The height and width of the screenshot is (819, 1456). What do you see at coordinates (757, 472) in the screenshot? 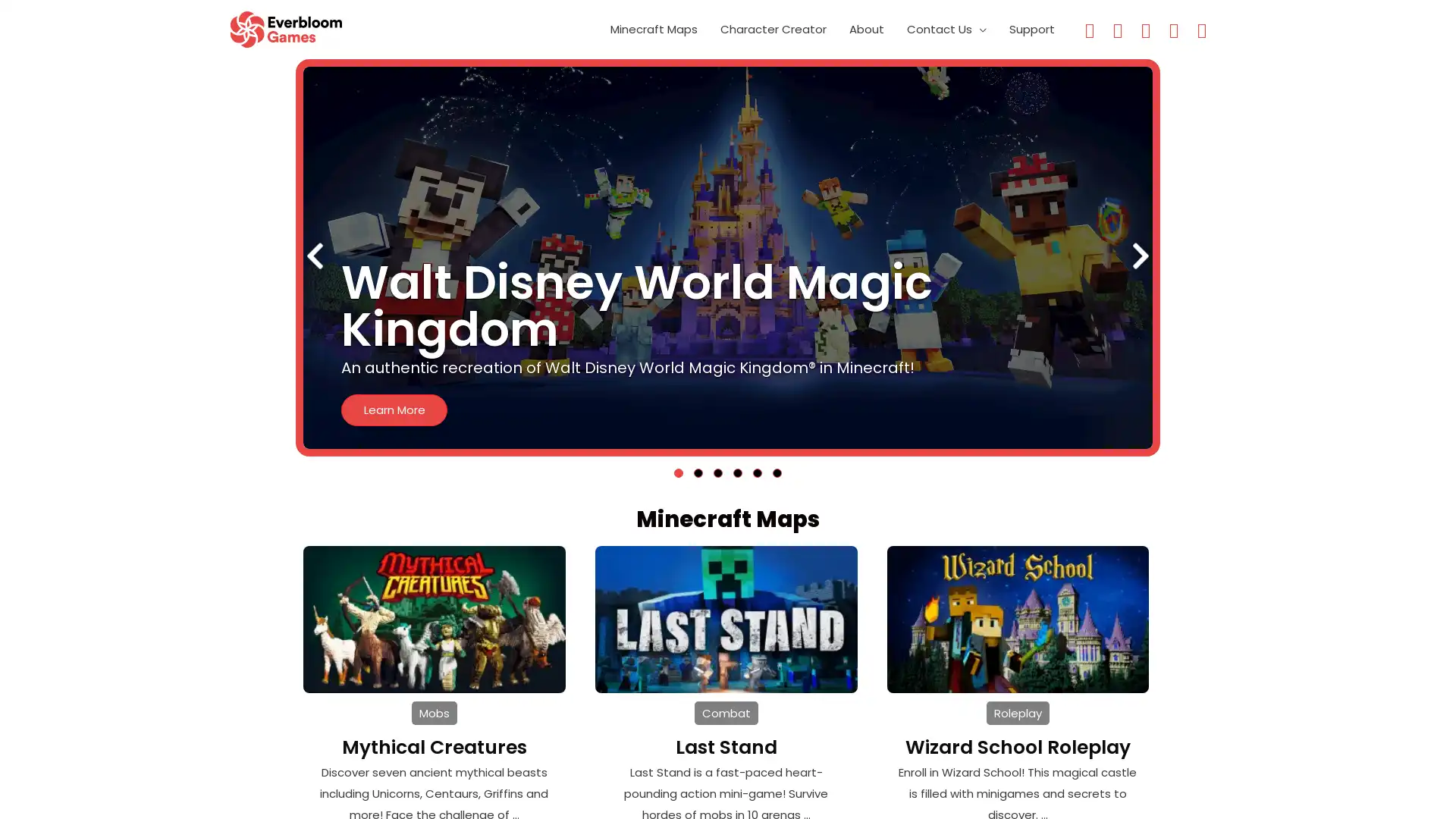
I see `Page 5` at bounding box center [757, 472].